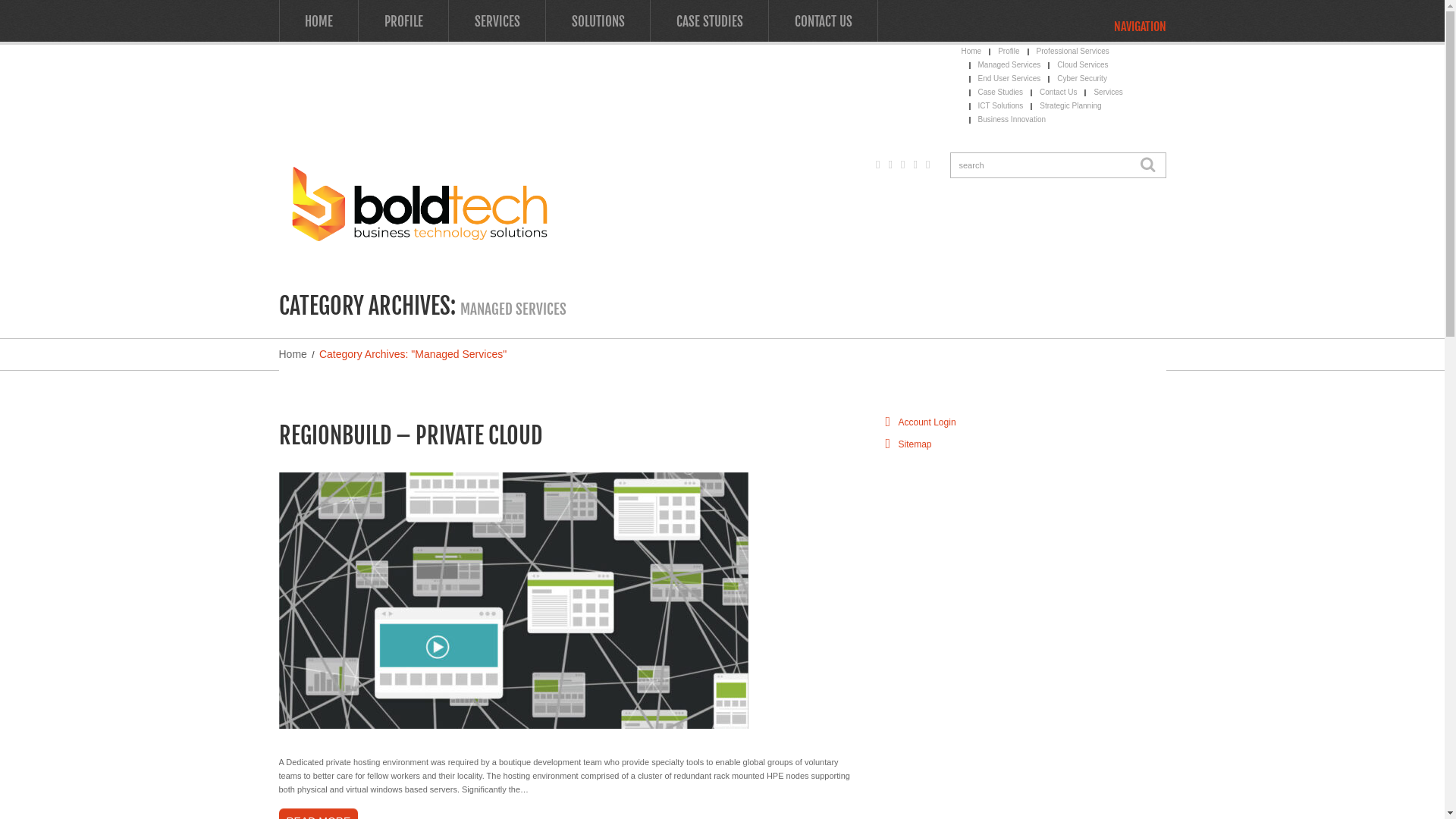 This screenshot has height=819, width=1456. I want to click on 'Case Studies', so click(1000, 92).